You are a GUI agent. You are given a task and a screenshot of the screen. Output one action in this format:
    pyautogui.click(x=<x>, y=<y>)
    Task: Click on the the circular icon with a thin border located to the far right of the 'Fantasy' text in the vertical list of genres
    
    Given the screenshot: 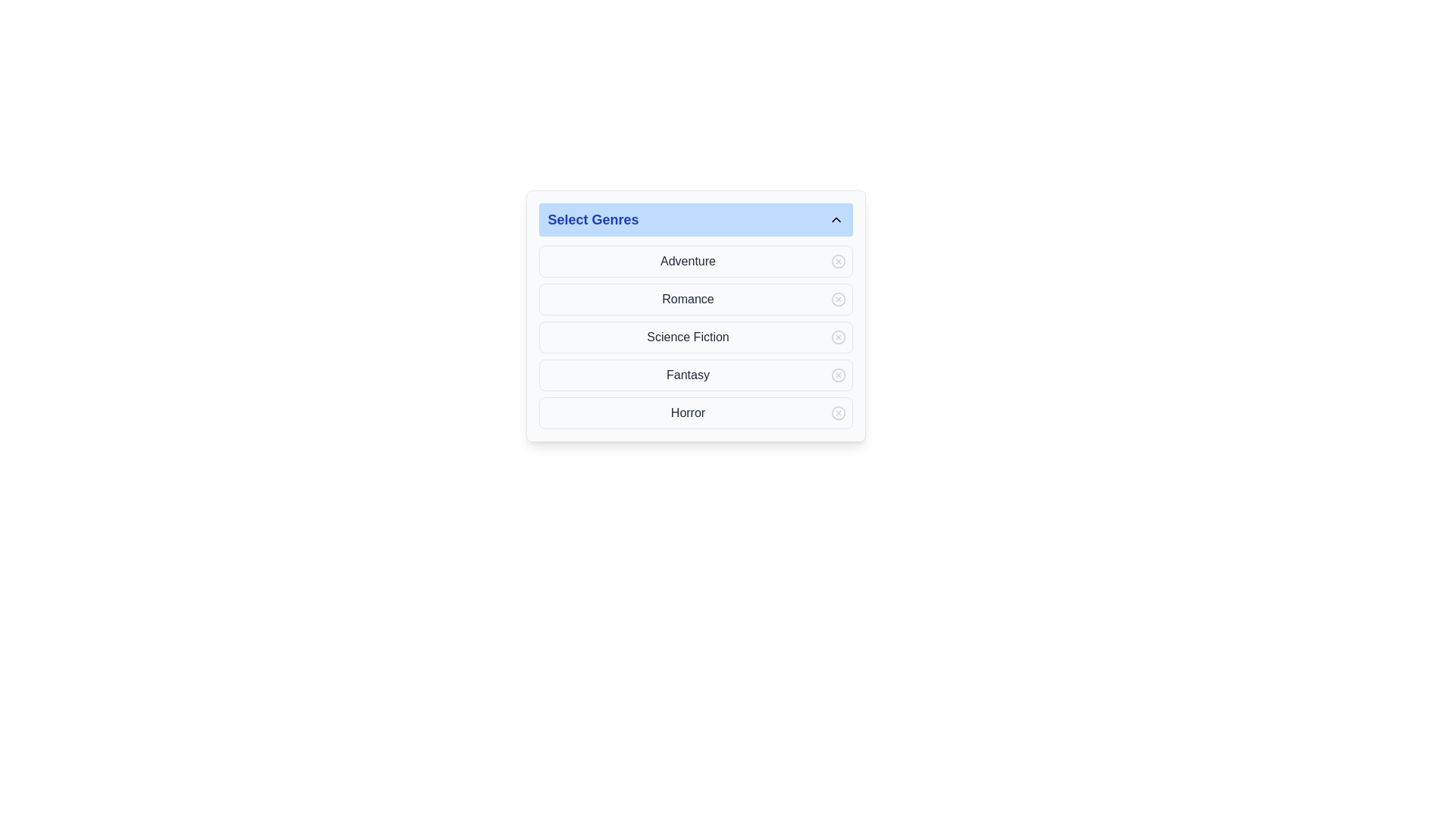 What is the action you would take?
    pyautogui.click(x=837, y=375)
    